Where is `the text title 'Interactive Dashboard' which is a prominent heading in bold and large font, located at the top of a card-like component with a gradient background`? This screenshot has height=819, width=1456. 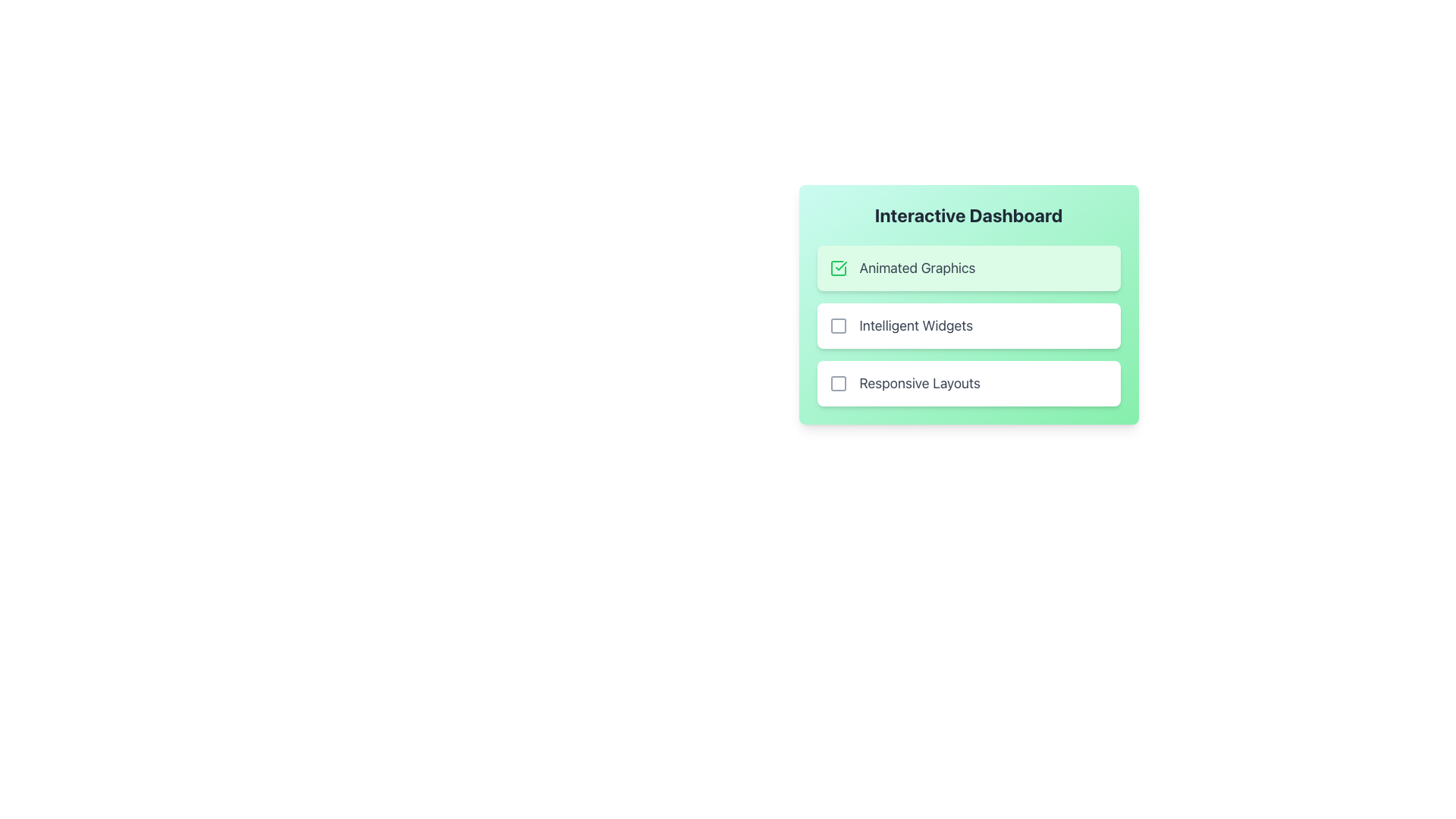
the text title 'Interactive Dashboard' which is a prominent heading in bold and large font, located at the top of a card-like component with a gradient background is located at coordinates (968, 215).